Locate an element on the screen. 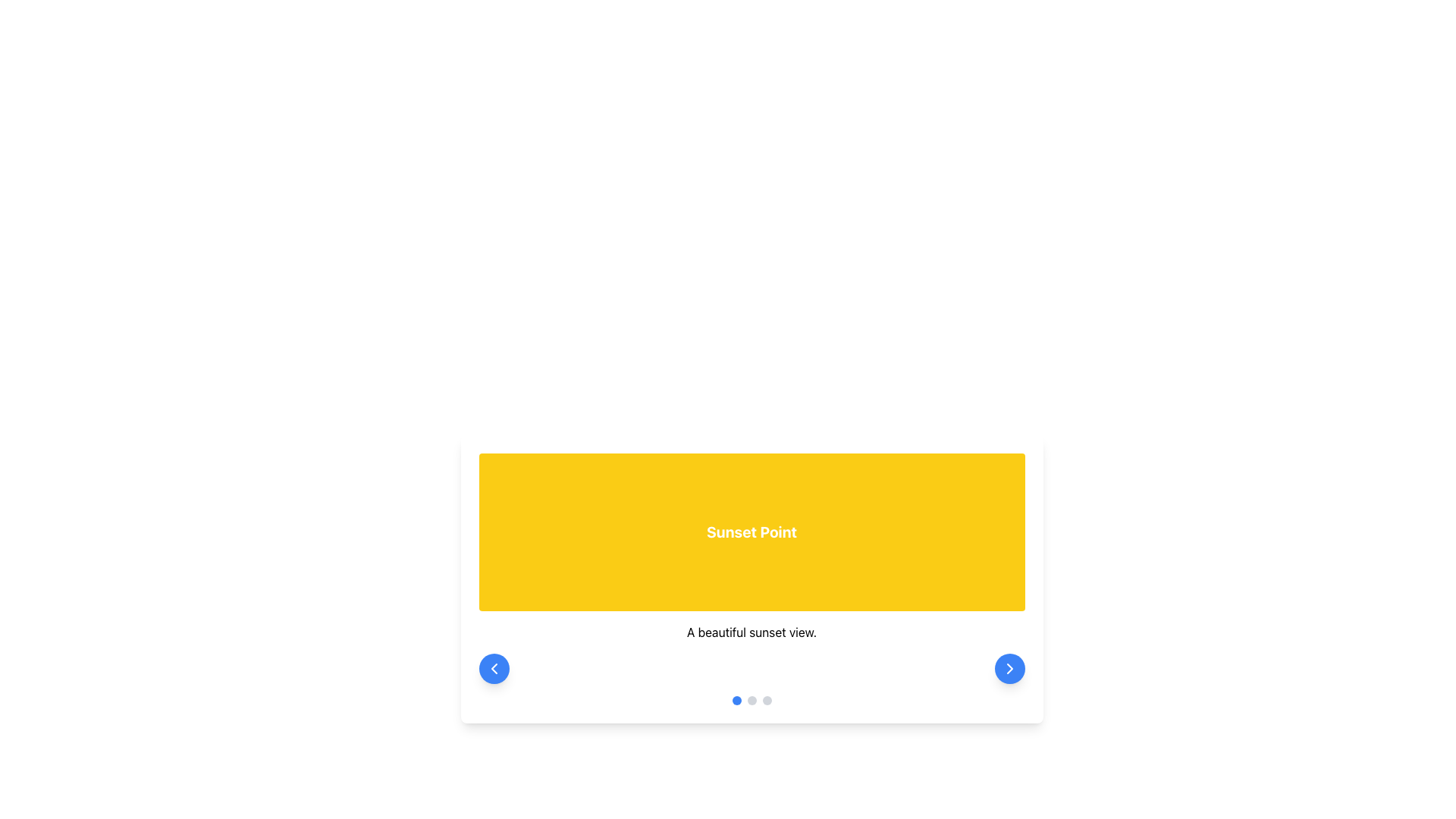 The height and width of the screenshot is (819, 1456). the left navigation button located at the bottom-left corner of the carousel is located at coordinates (494, 668).